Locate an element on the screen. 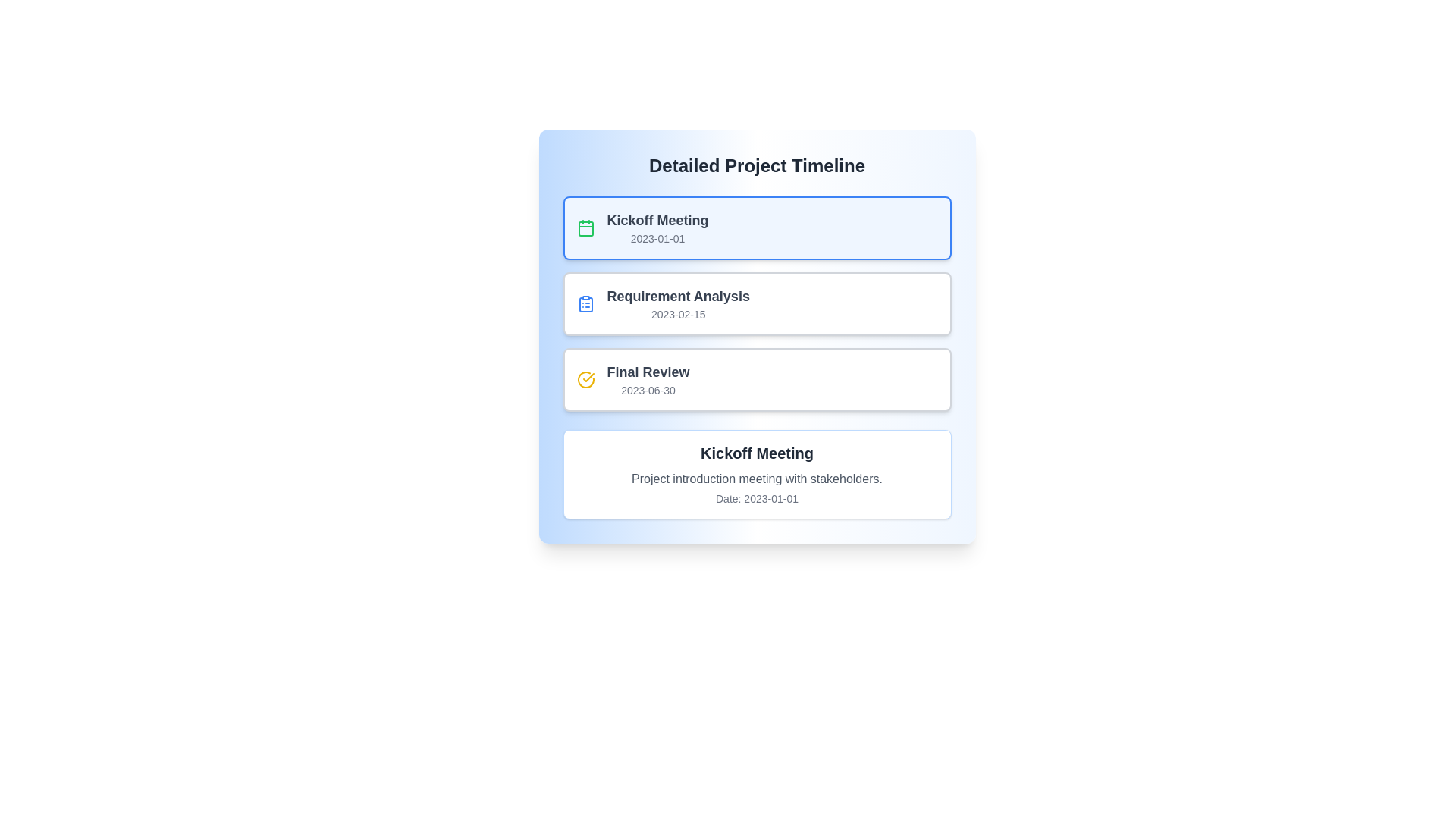 The height and width of the screenshot is (819, 1456). the text label displaying 'Final Review', which is styled in bold and dark gray, located centrally within the third section of the chronological list under 'Detailed Project Timeline' is located at coordinates (648, 372).